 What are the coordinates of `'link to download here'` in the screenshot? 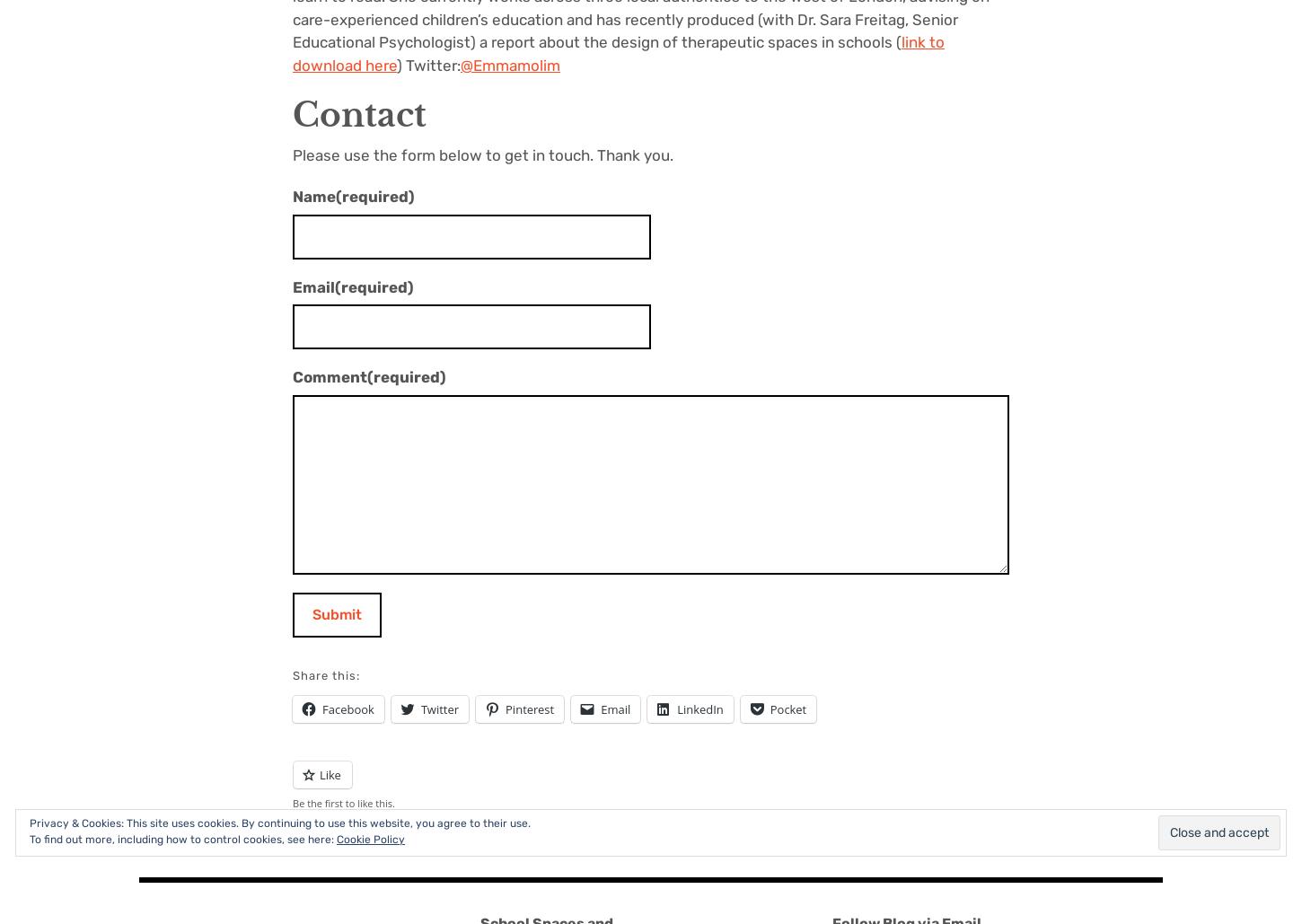 It's located at (618, 53).